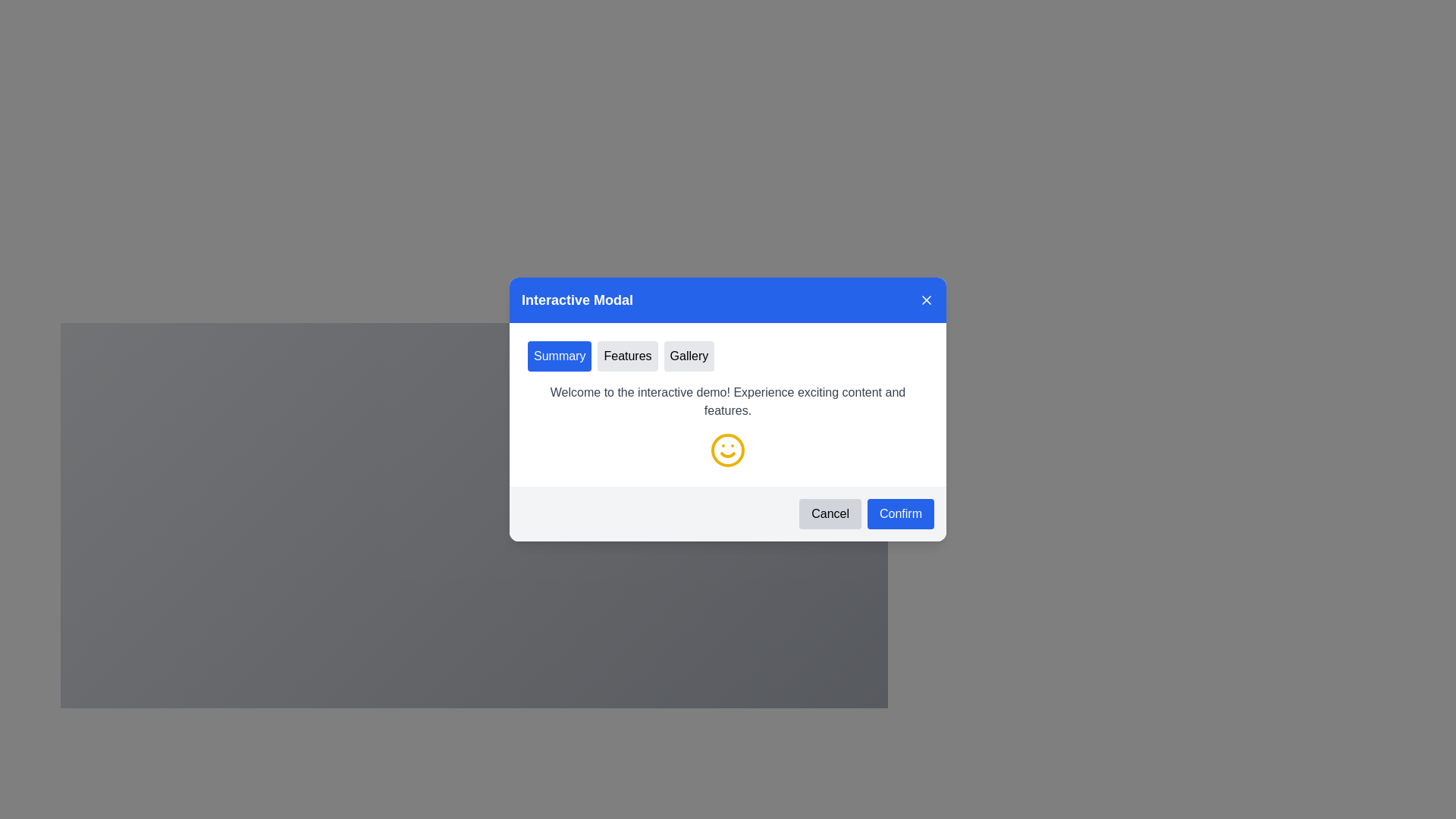  Describe the element at coordinates (728, 400) in the screenshot. I see `informative text element located centrally within the modal dialog, below the navigation tabs labeled 'Summary', 'Features', and 'Gallery', and above the graphical smiley face icon` at that location.